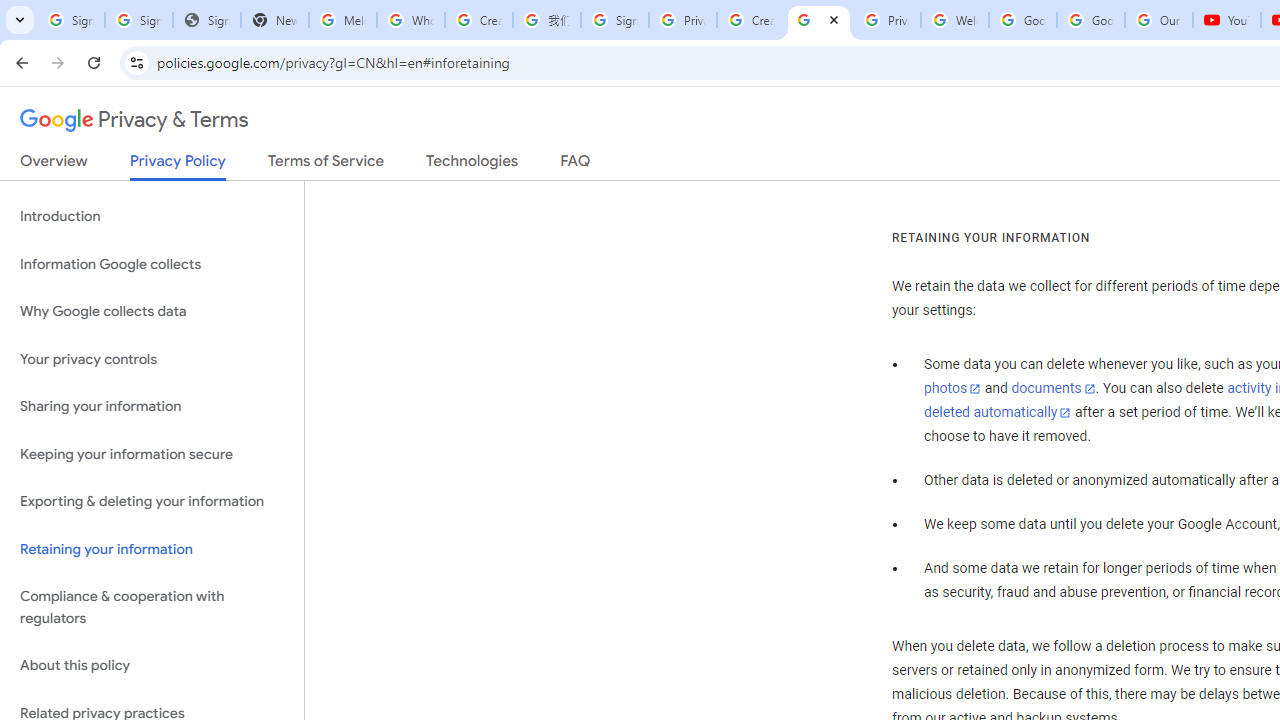 The image size is (1280, 720). Describe the element at coordinates (749, 20) in the screenshot. I see `'Create your Google Account'` at that location.